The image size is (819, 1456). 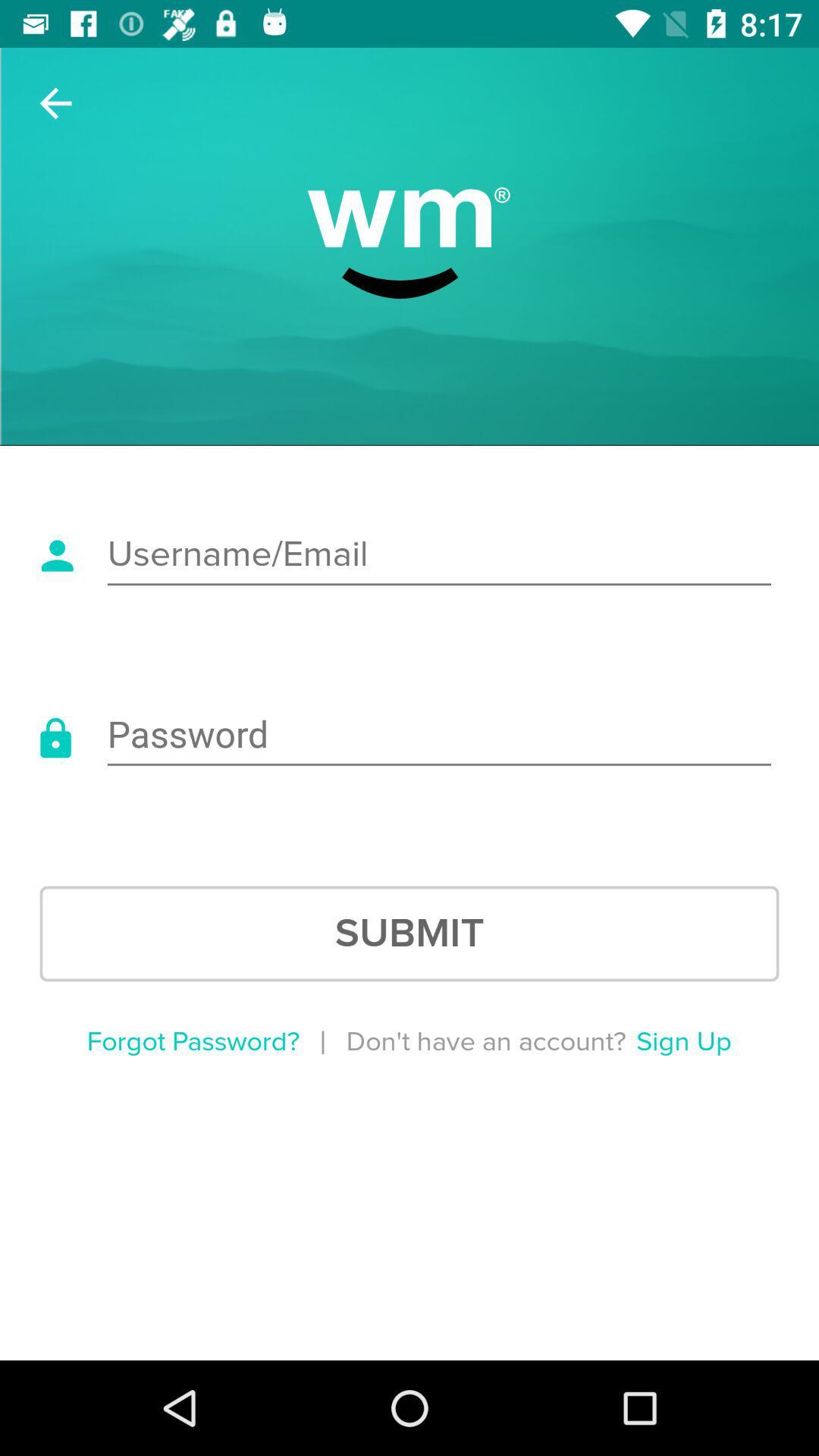 What do you see at coordinates (192, 1041) in the screenshot?
I see `forgot password? at the bottom left corner` at bounding box center [192, 1041].